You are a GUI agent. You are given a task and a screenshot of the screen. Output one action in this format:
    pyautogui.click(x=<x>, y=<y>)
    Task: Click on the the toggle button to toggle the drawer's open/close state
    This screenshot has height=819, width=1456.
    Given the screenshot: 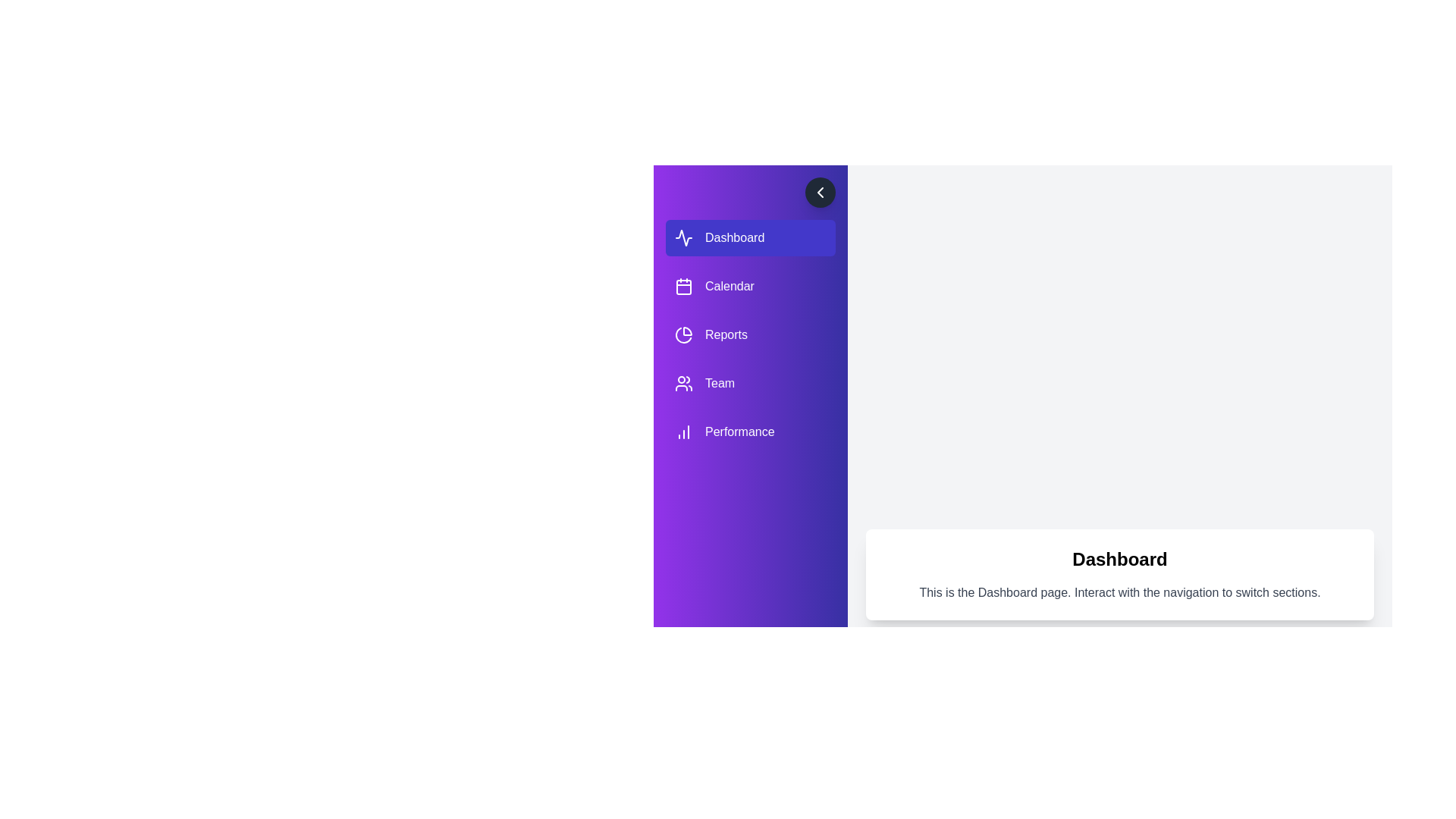 What is the action you would take?
    pyautogui.click(x=819, y=192)
    